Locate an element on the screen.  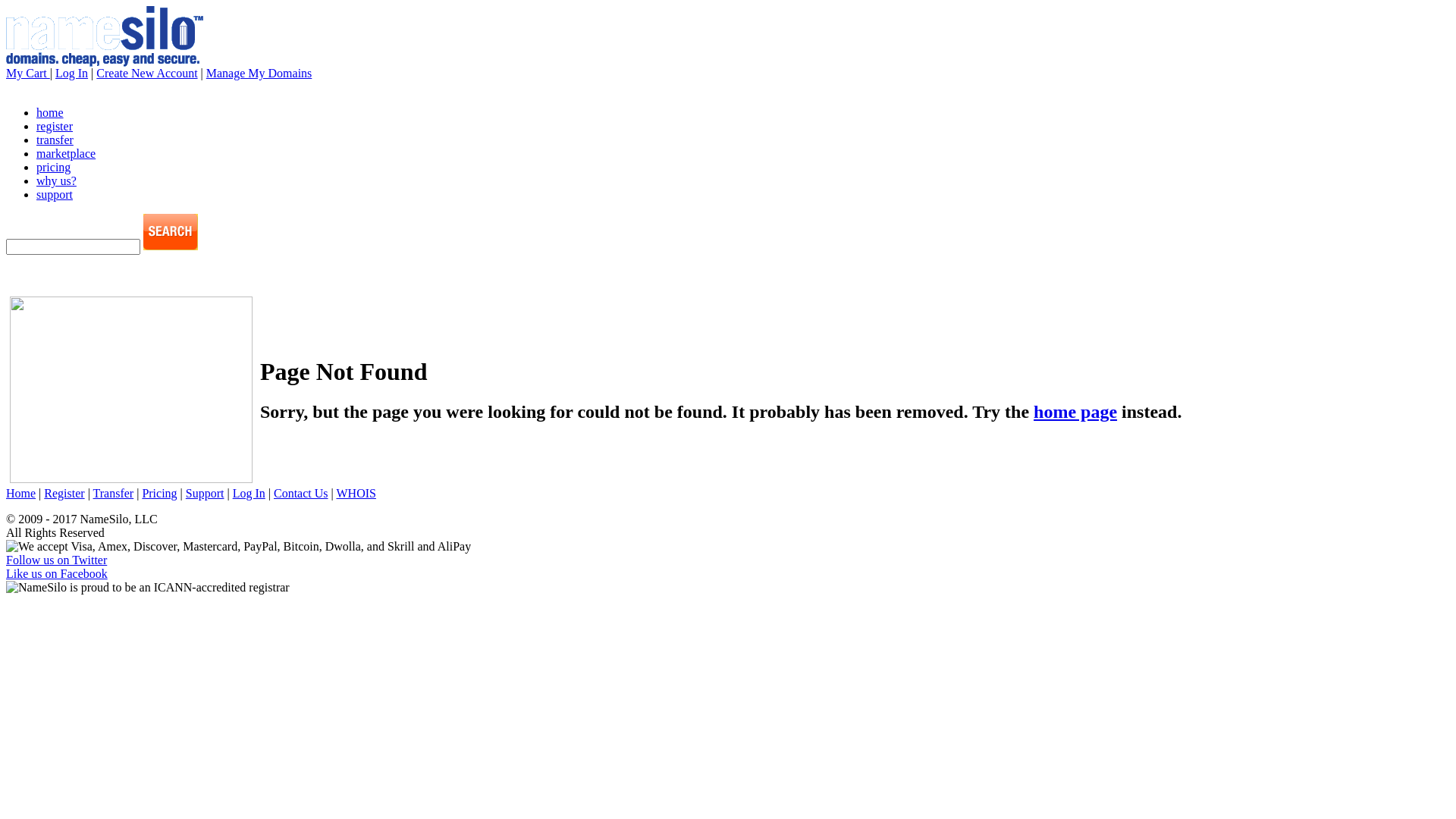
'Pricing' is located at coordinates (142, 493).